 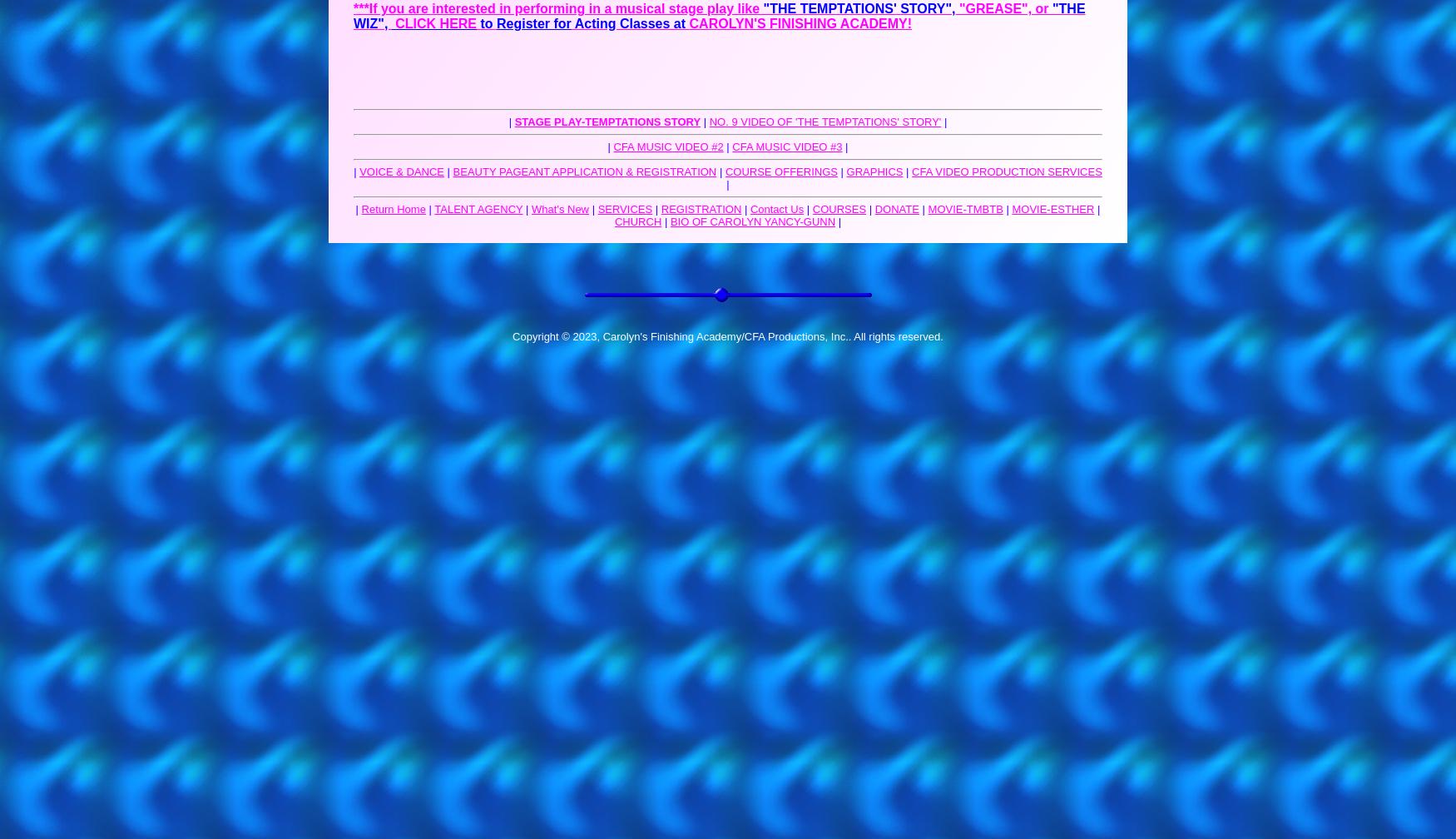 What do you see at coordinates (393, 209) in the screenshot?
I see `'Return Home'` at bounding box center [393, 209].